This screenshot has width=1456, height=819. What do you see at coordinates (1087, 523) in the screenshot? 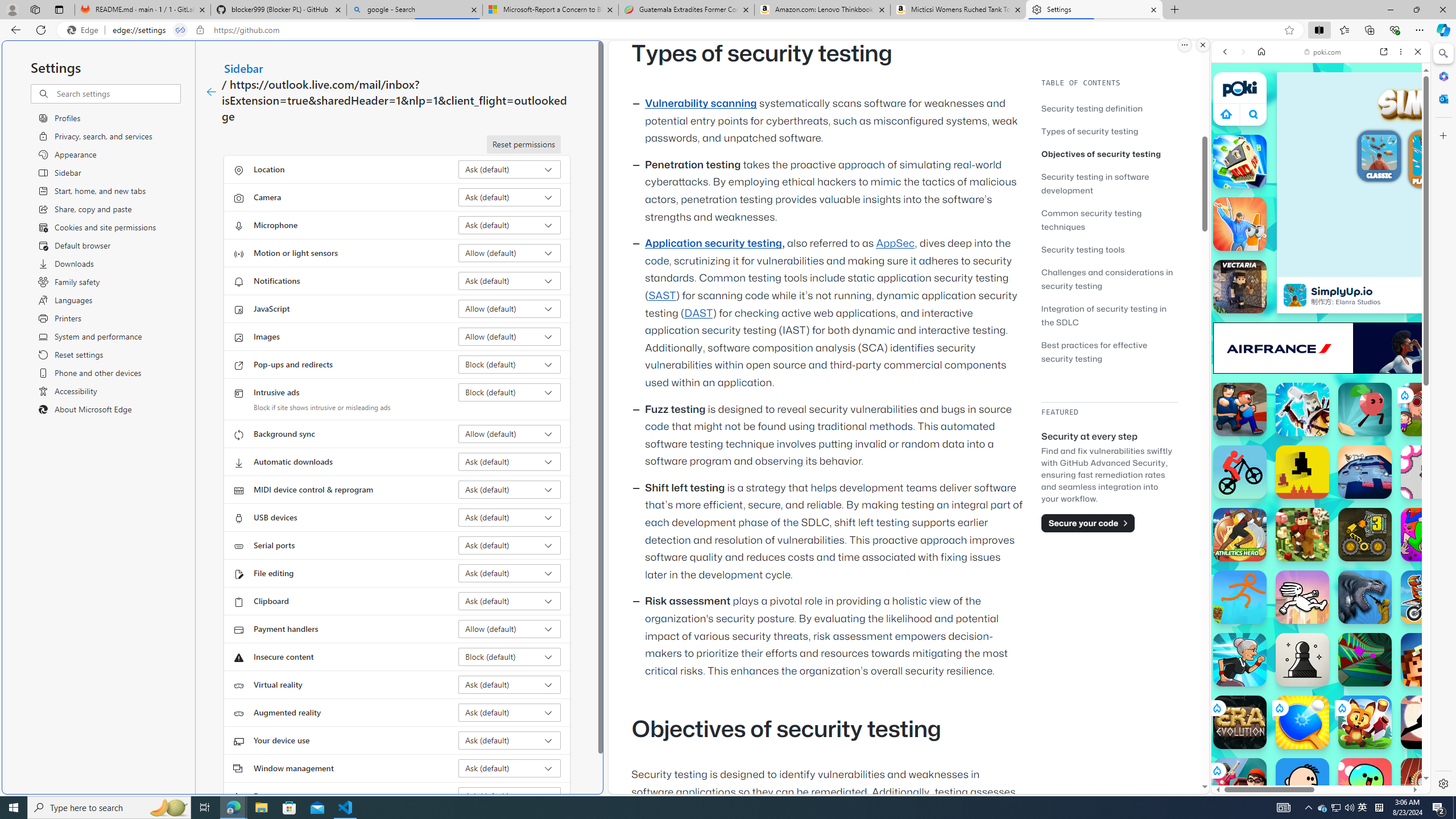
I see `'Secure your code'` at bounding box center [1087, 523].